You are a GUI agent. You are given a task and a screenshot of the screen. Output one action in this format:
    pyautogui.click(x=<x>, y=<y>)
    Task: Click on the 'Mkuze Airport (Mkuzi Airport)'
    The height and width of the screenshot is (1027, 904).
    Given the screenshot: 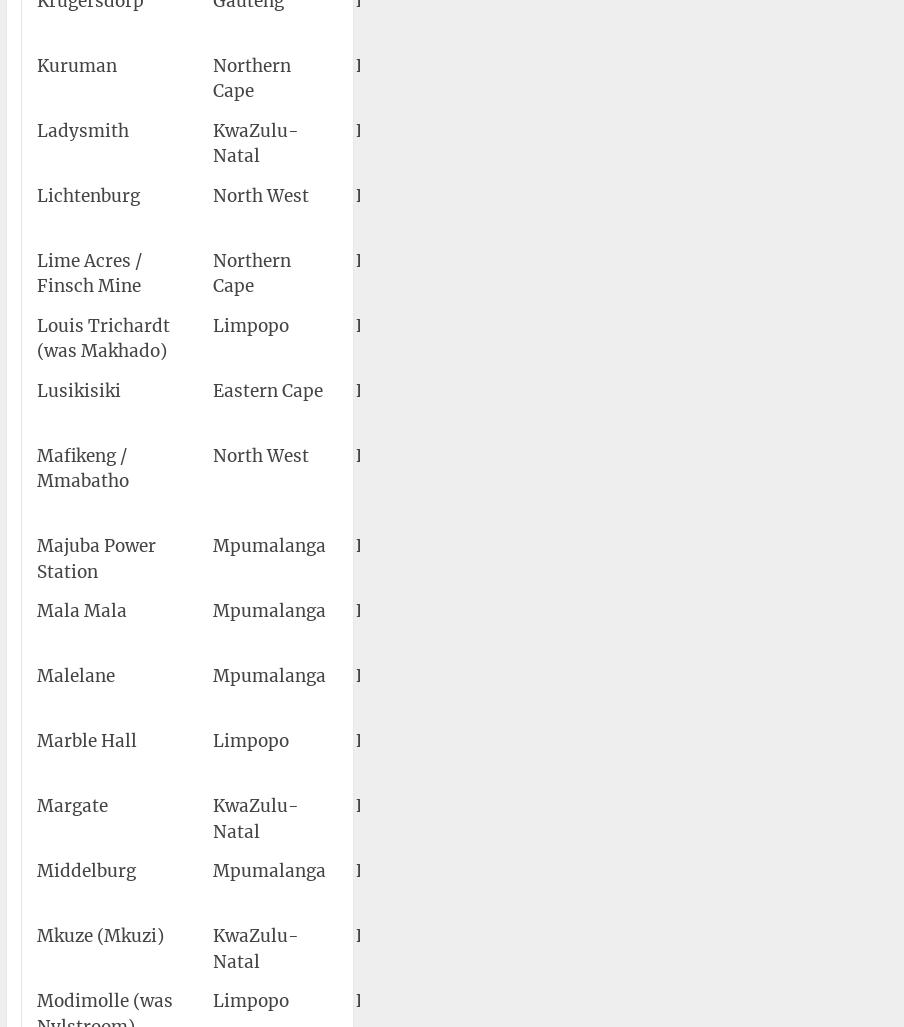 What is the action you would take?
    pyautogui.click(x=582, y=948)
    